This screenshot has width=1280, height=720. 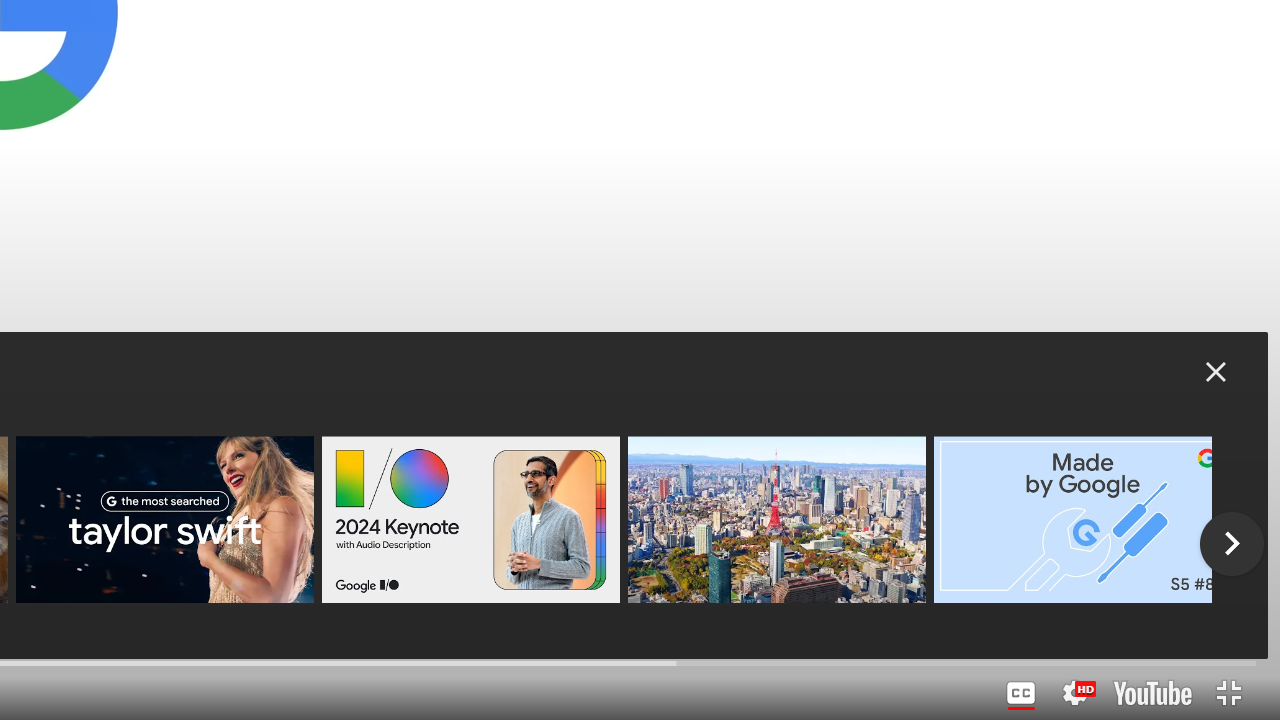 I want to click on 'Watch on YouTube', so click(x=1152, y=692).